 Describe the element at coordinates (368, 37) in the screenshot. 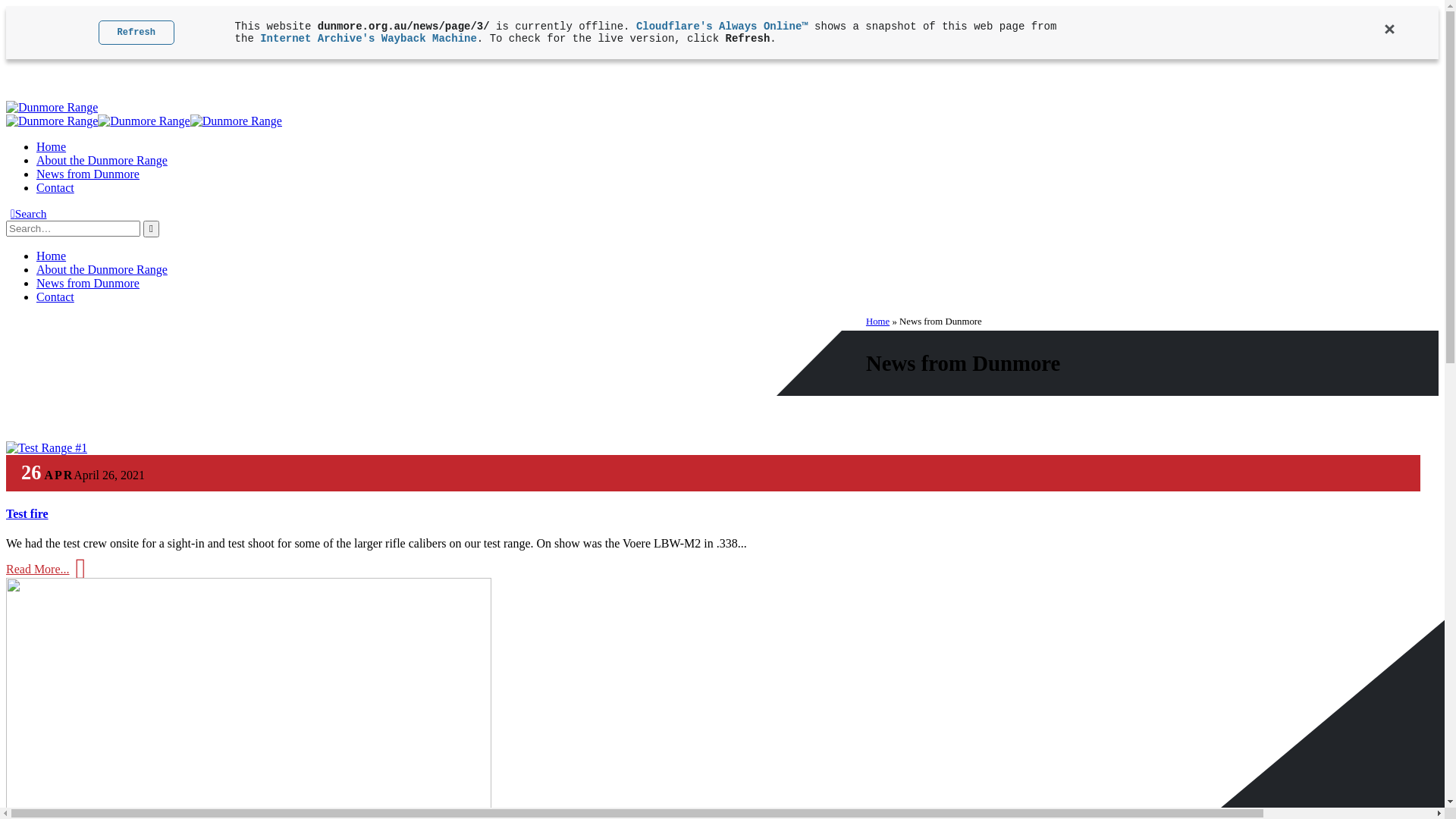

I see `'Internet Archive's Wayback Machine'` at that location.